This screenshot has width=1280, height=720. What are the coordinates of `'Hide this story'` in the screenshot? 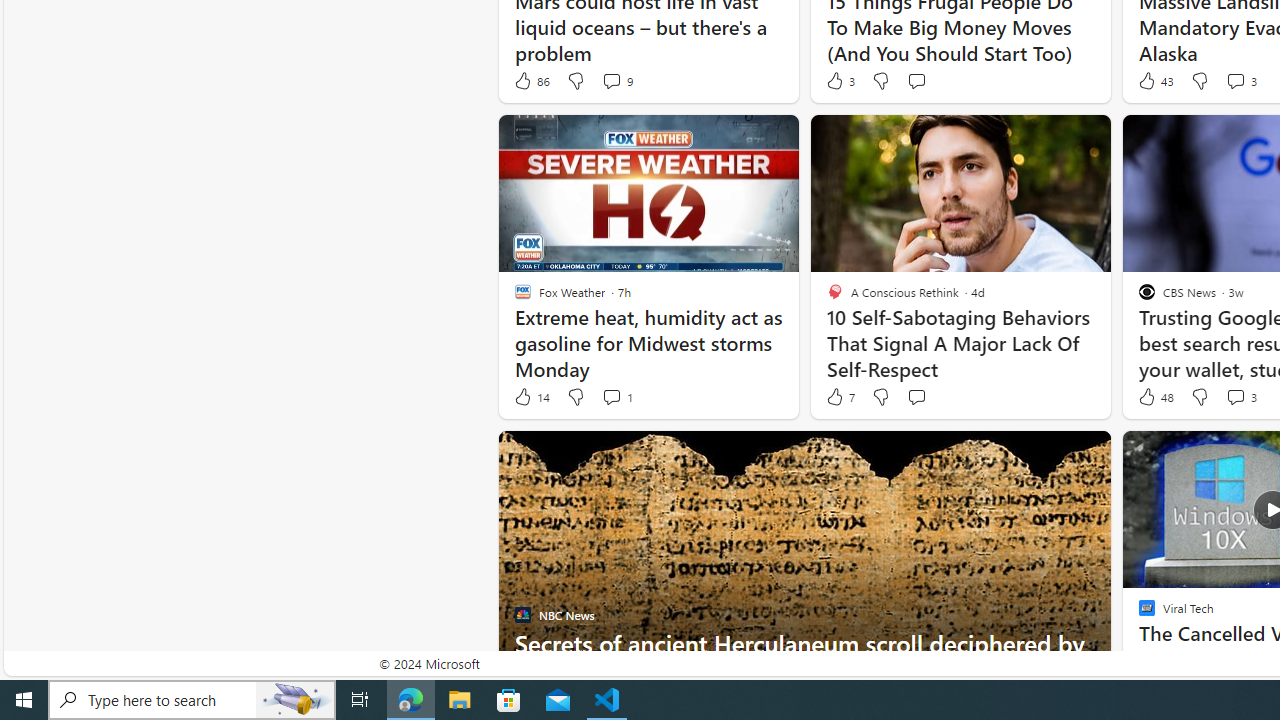 It's located at (1049, 455).